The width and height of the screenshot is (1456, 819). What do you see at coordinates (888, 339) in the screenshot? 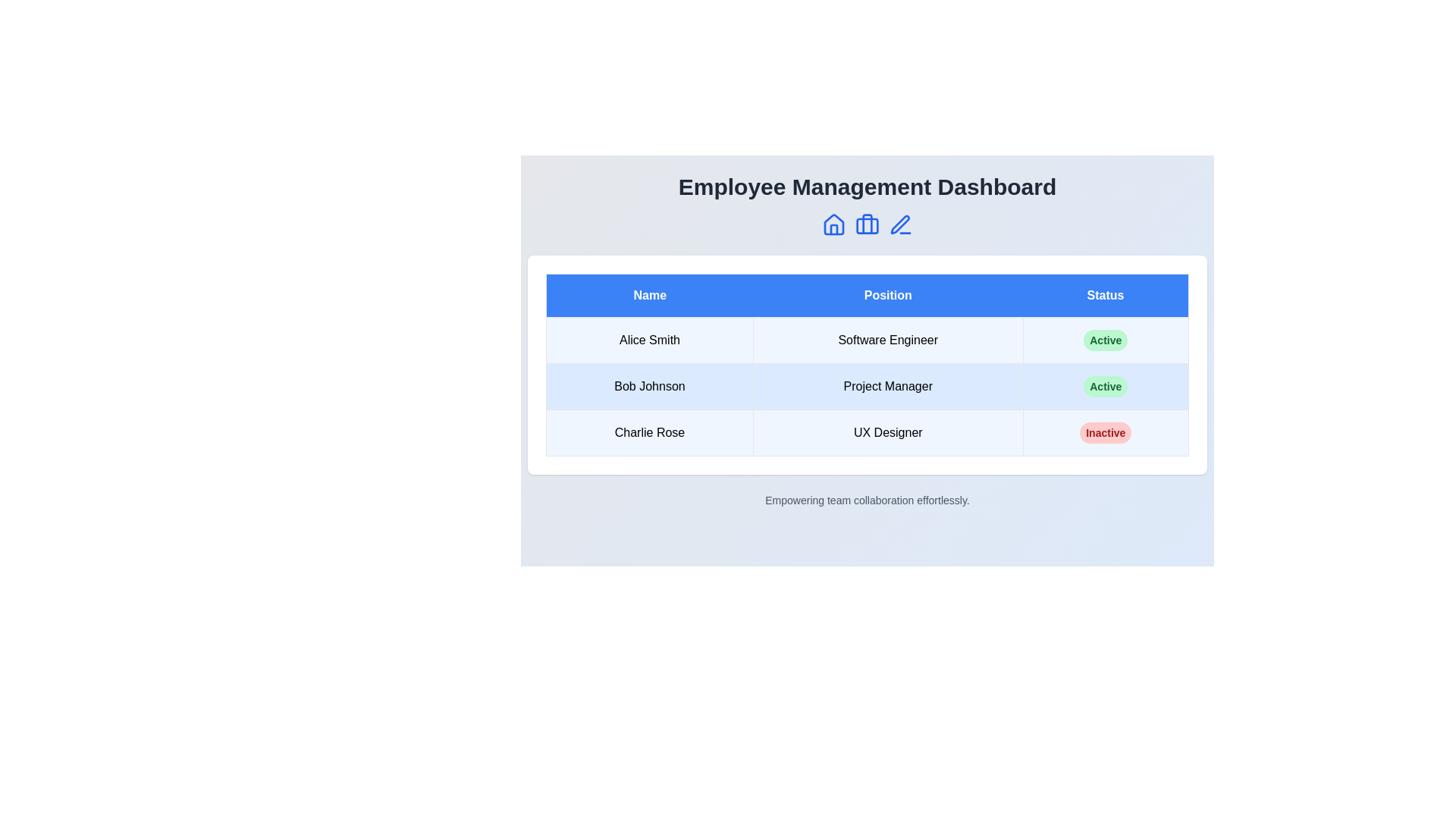
I see `the static text field displaying 'Software Engineer', which is styled with a bold sans-serif font and is centered in its box, located in the middle cell of the employee management table's row under the 'Position' header` at bounding box center [888, 339].